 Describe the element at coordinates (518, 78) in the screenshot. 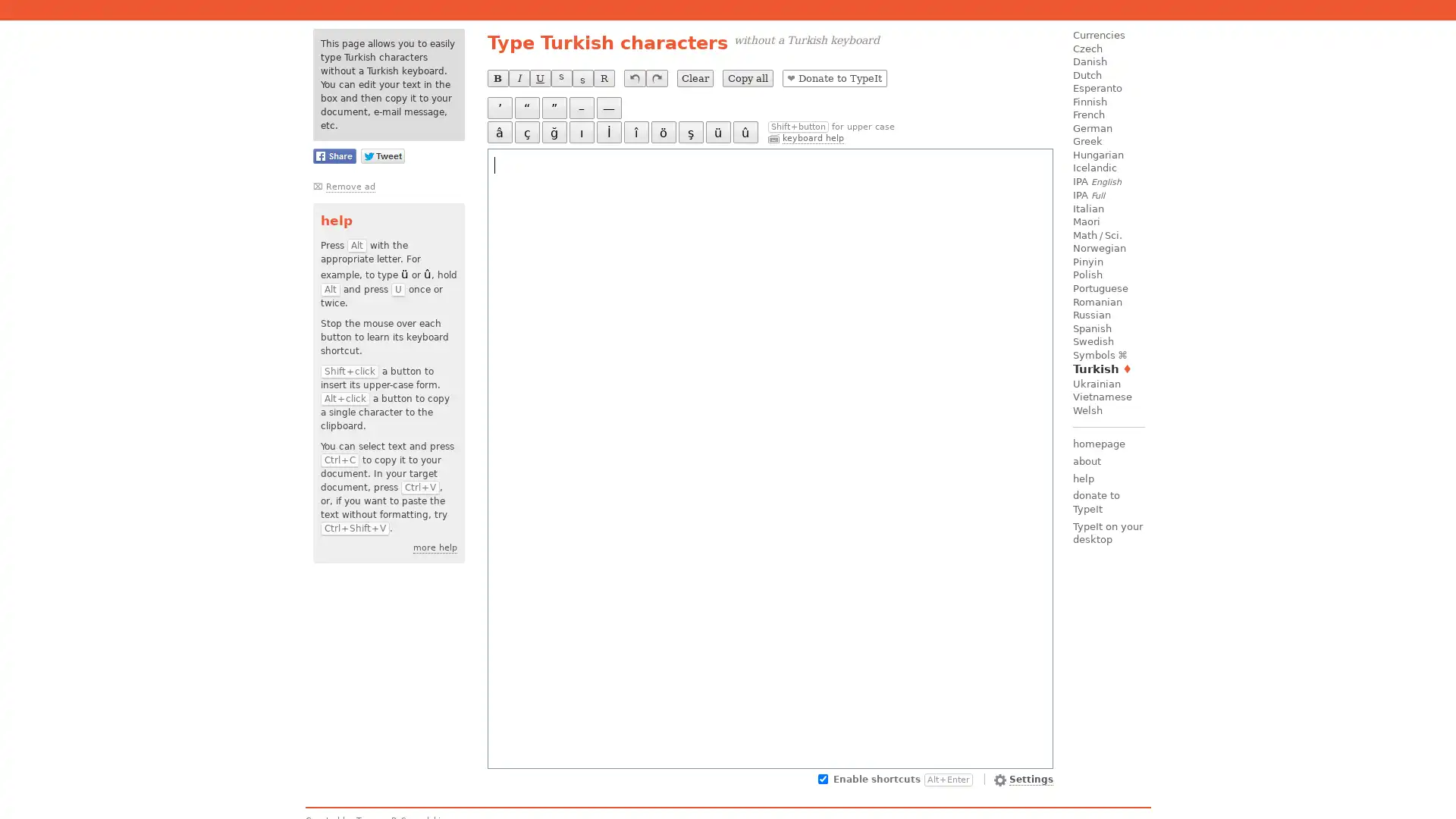

I see `I` at that location.